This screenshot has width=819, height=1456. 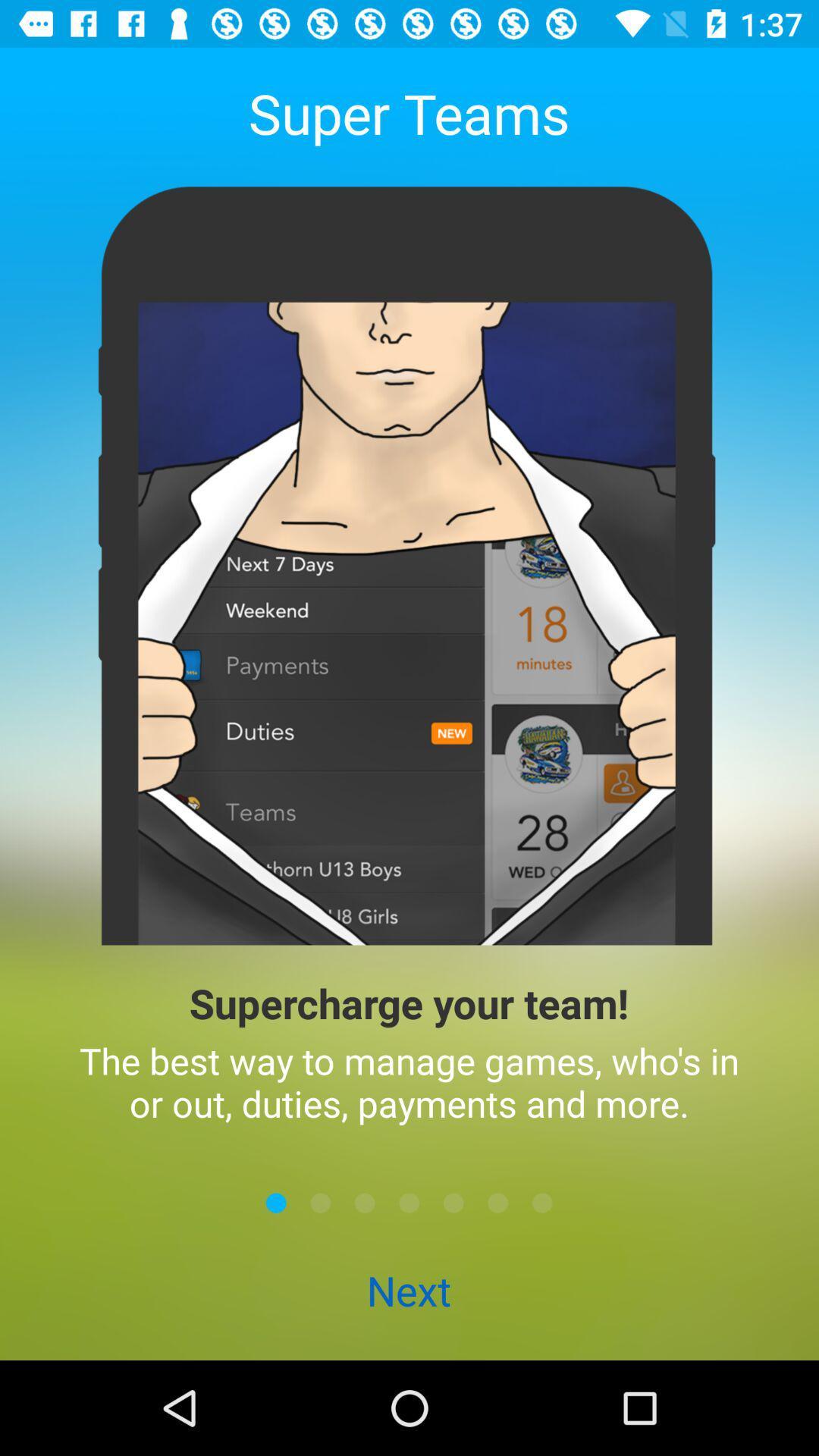 I want to click on icon above the next icon, so click(x=409, y=1202).